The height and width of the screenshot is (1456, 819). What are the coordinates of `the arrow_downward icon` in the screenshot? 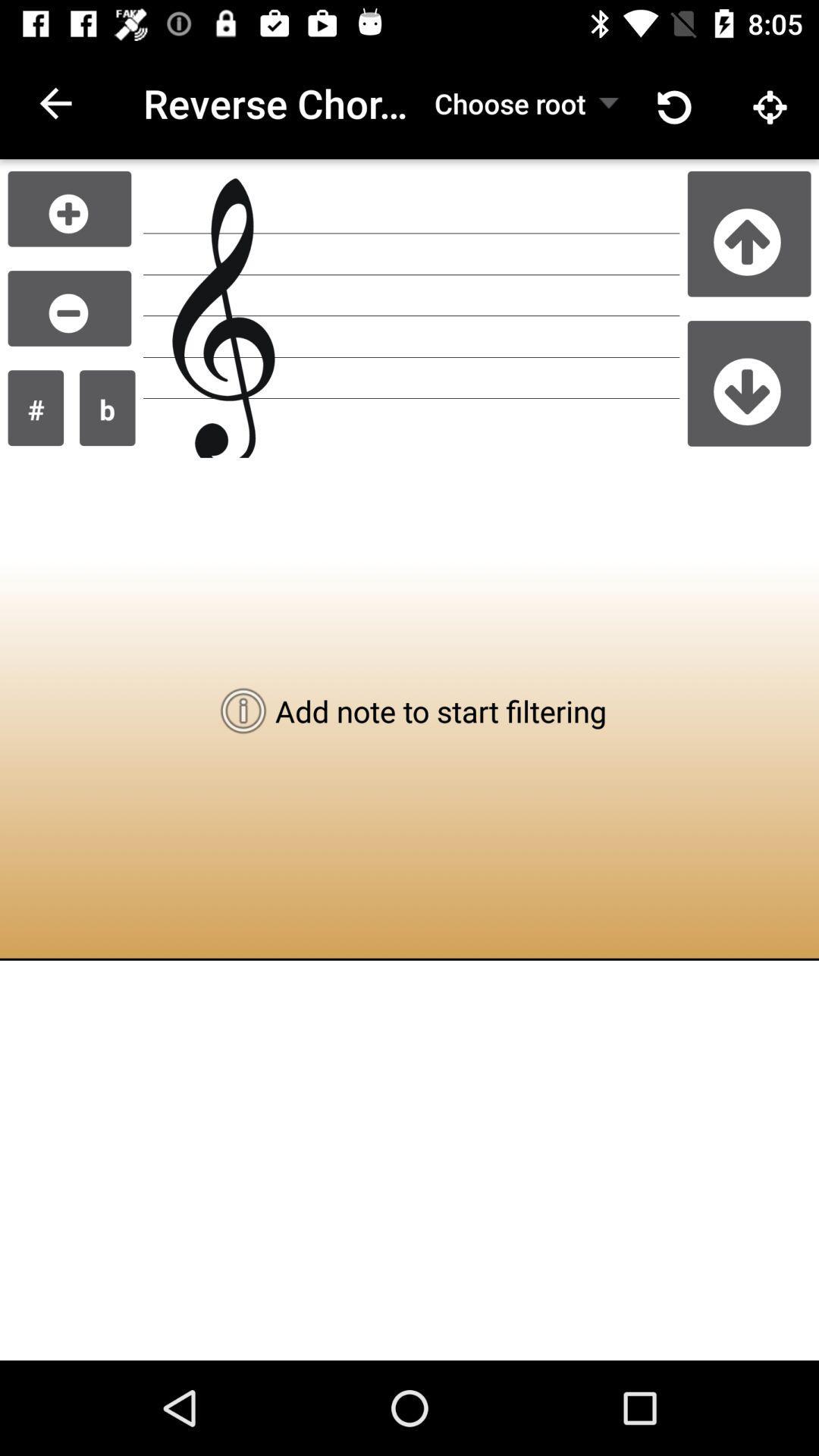 It's located at (748, 383).